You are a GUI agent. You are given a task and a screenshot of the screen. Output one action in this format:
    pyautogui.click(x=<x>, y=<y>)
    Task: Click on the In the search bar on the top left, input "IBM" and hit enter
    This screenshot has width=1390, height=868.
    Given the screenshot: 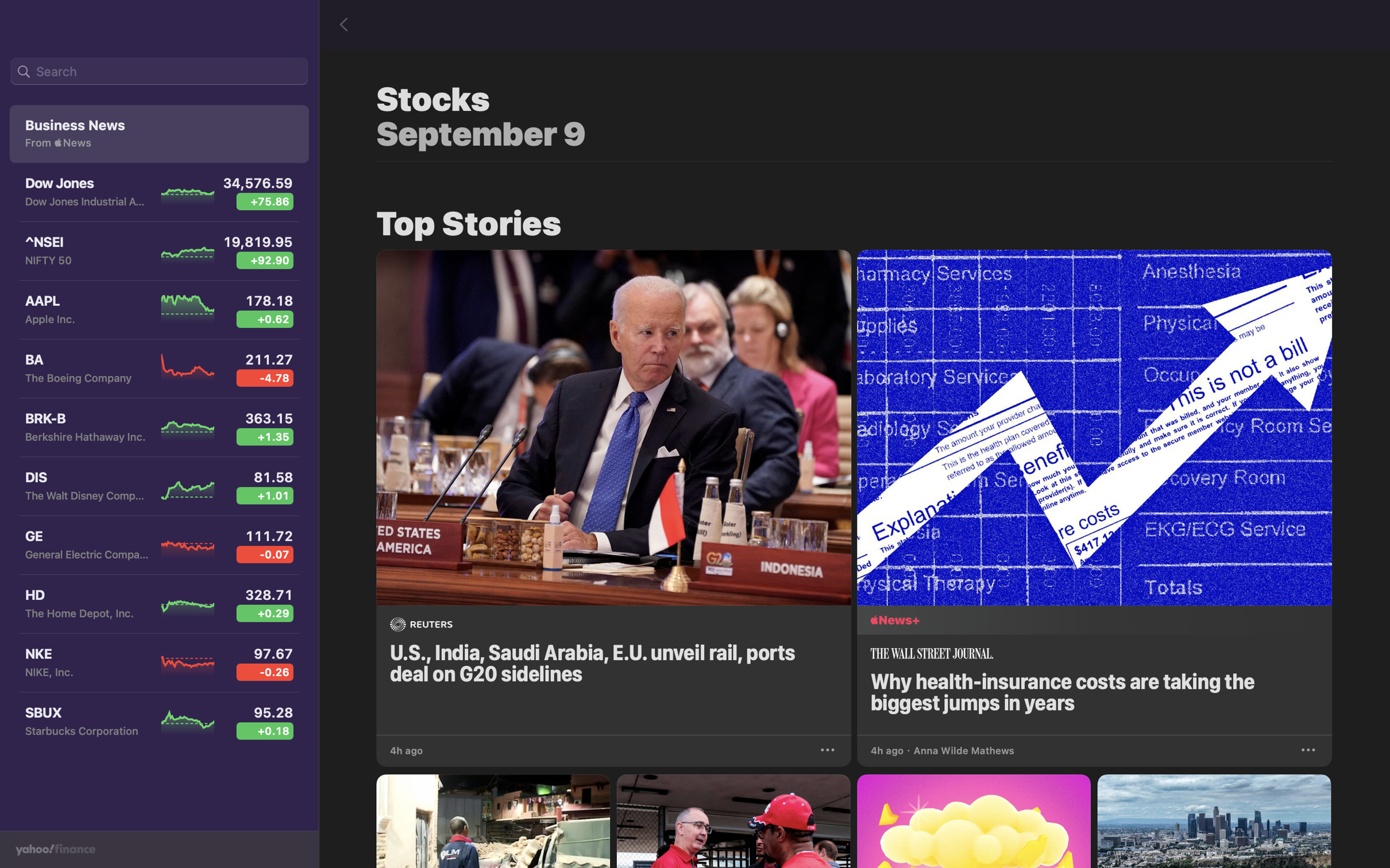 What is the action you would take?
    pyautogui.click(x=159, y=72)
    